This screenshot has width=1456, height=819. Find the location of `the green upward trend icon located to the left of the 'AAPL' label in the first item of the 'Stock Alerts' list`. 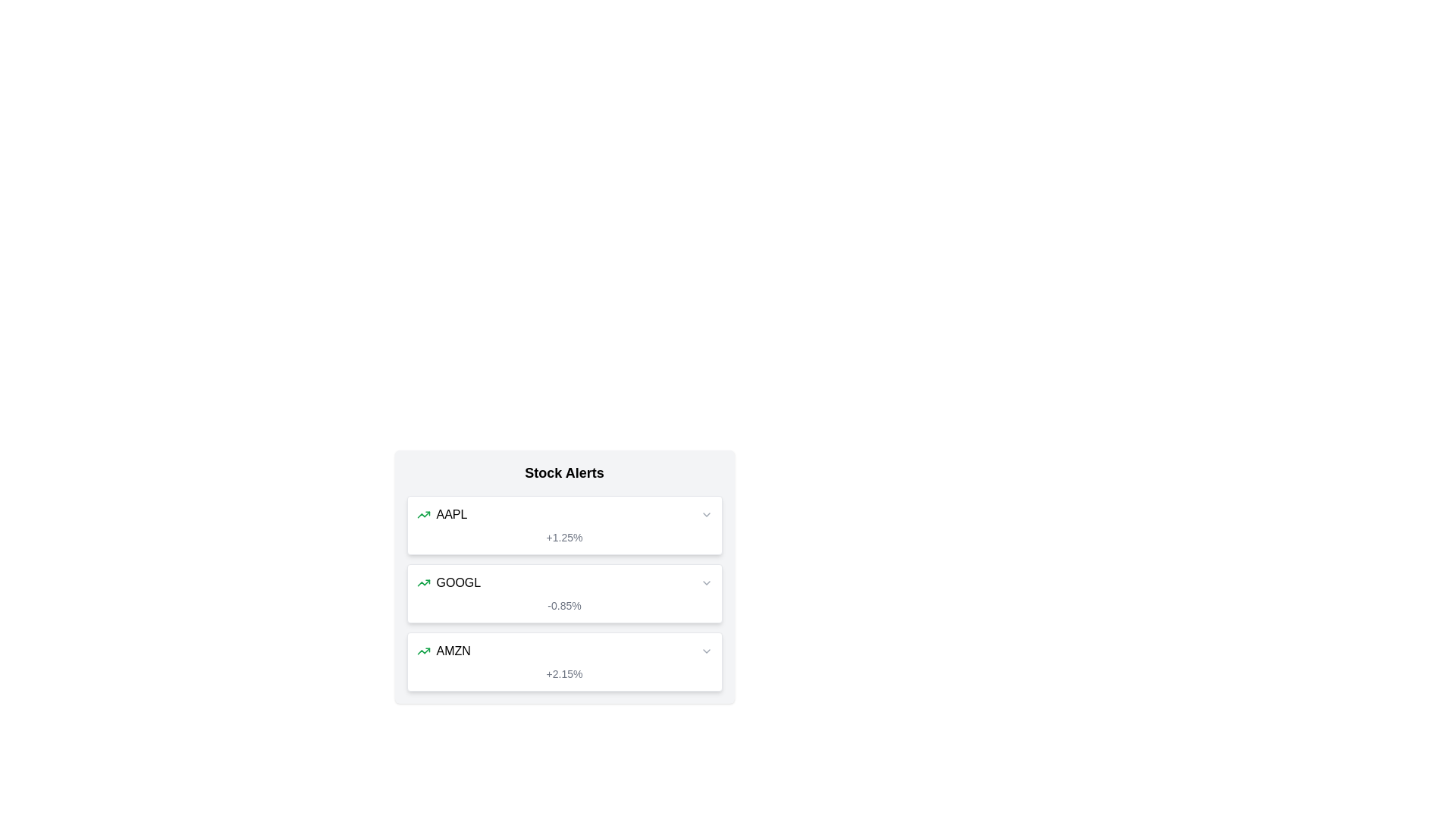

the green upward trend icon located to the left of the 'AAPL' label in the first item of the 'Stock Alerts' list is located at coordinates (423, 513).